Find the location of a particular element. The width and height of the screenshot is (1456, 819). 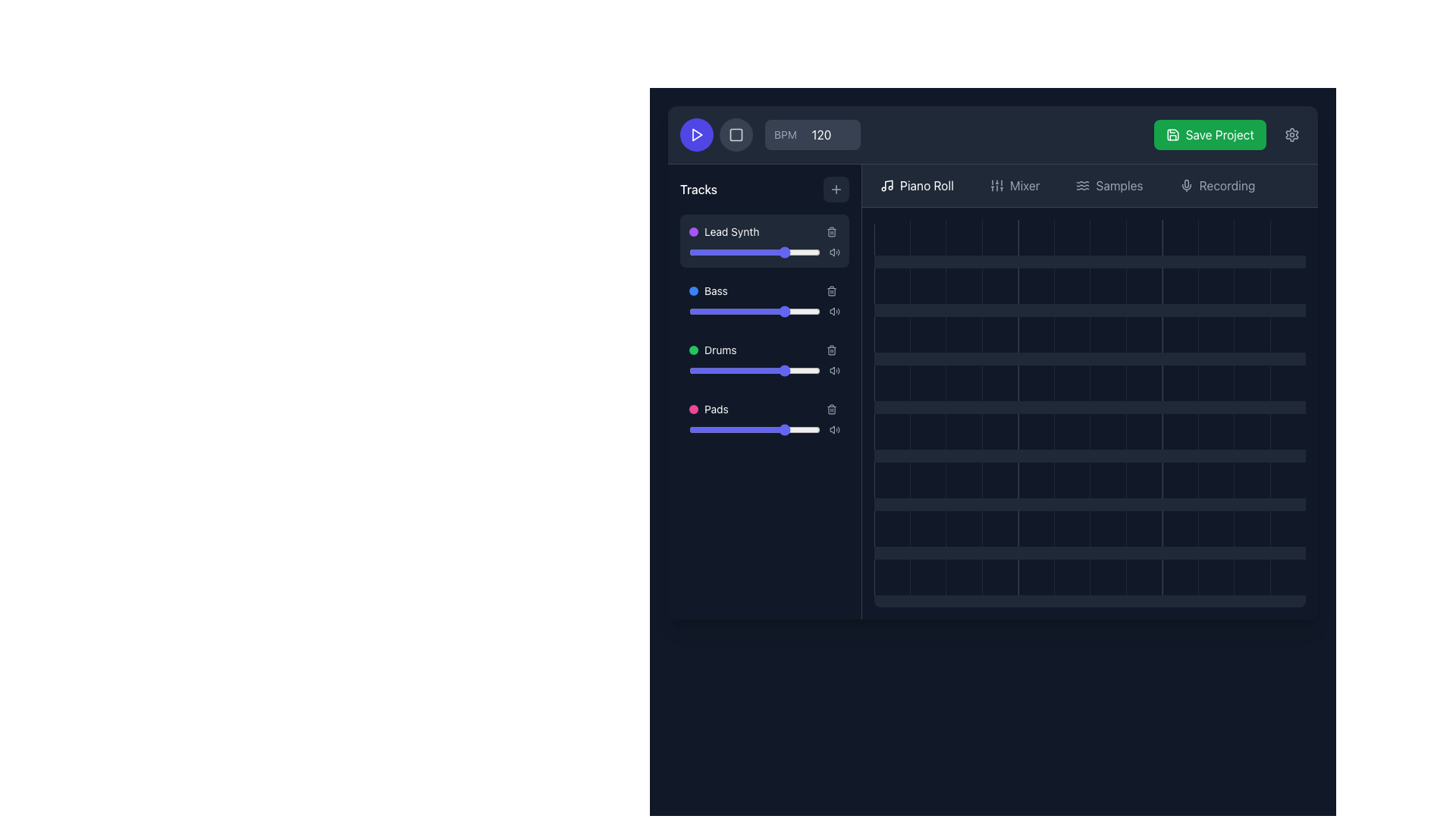

the Trash can body icon, which is a vertical rectangle with rounded corners, styled in a monochromatic scheme and positioned below the horizontal line of the trash icon is located at coordinates (831, 350).